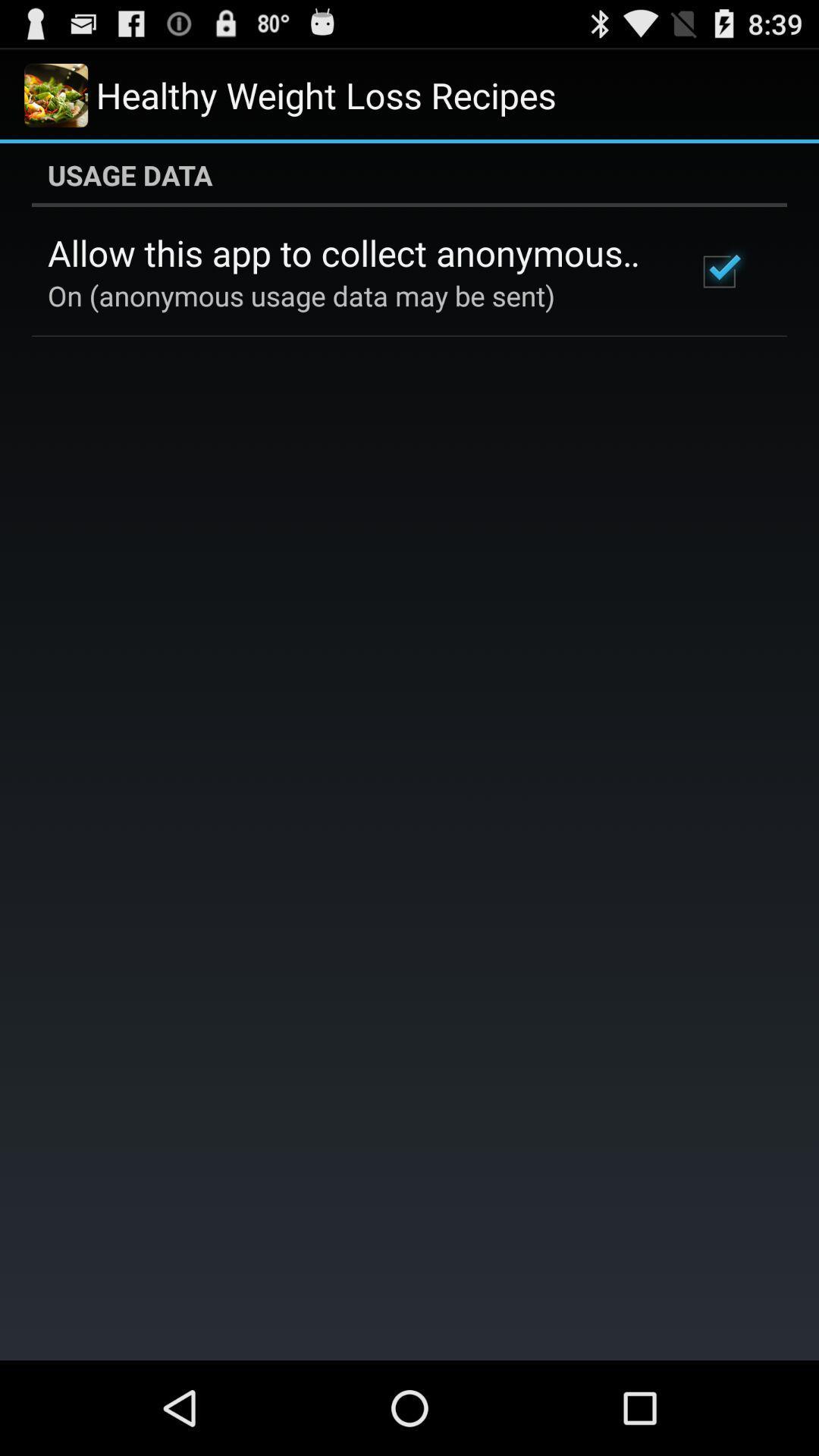  Describe the element at coordinates (351, 253) in the screenshot. I see `the allow this app` at that location.